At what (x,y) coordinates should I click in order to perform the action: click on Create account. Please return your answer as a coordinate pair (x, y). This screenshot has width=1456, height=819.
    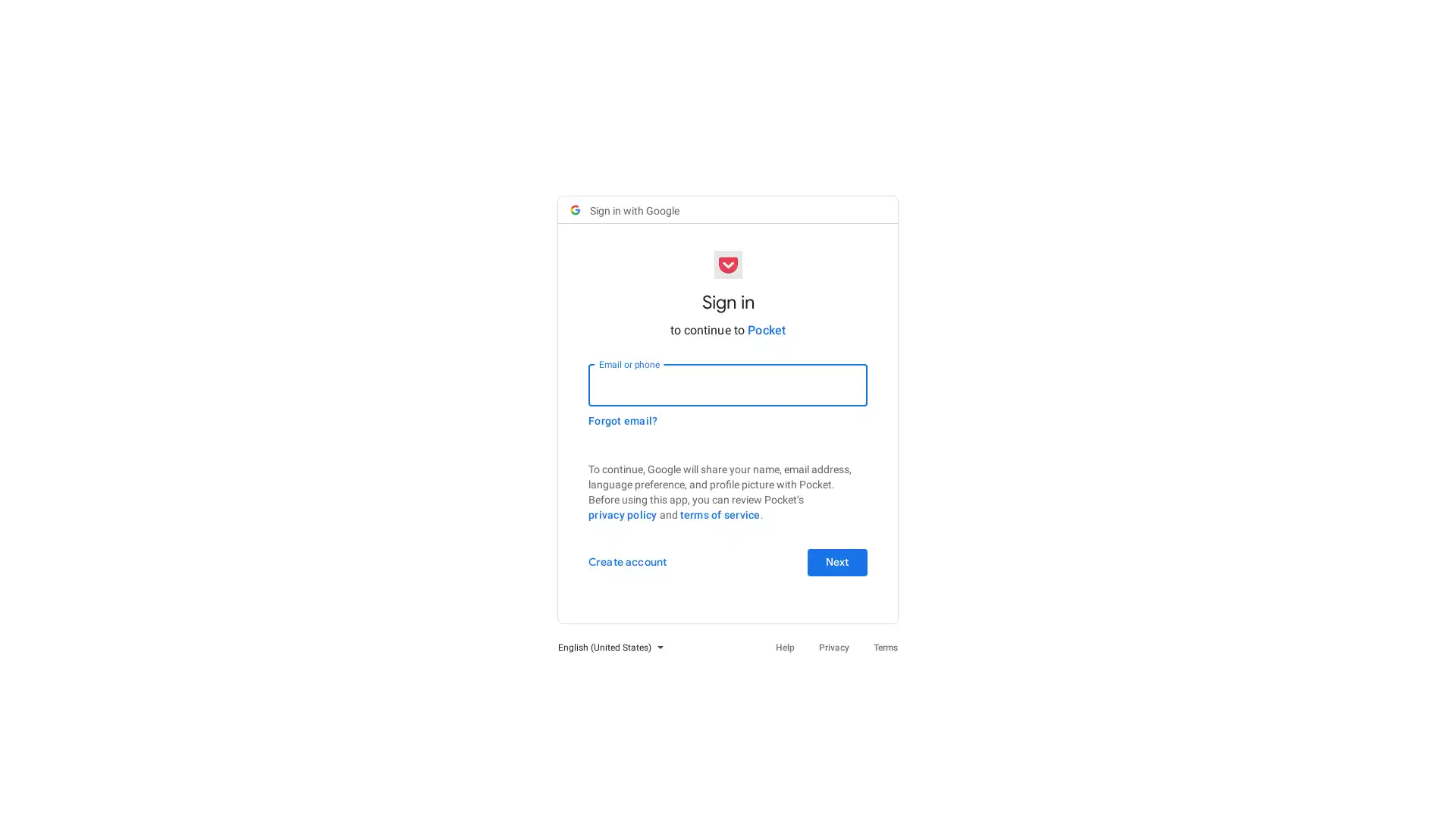
    Looking at the image, I should click on (627, 561).